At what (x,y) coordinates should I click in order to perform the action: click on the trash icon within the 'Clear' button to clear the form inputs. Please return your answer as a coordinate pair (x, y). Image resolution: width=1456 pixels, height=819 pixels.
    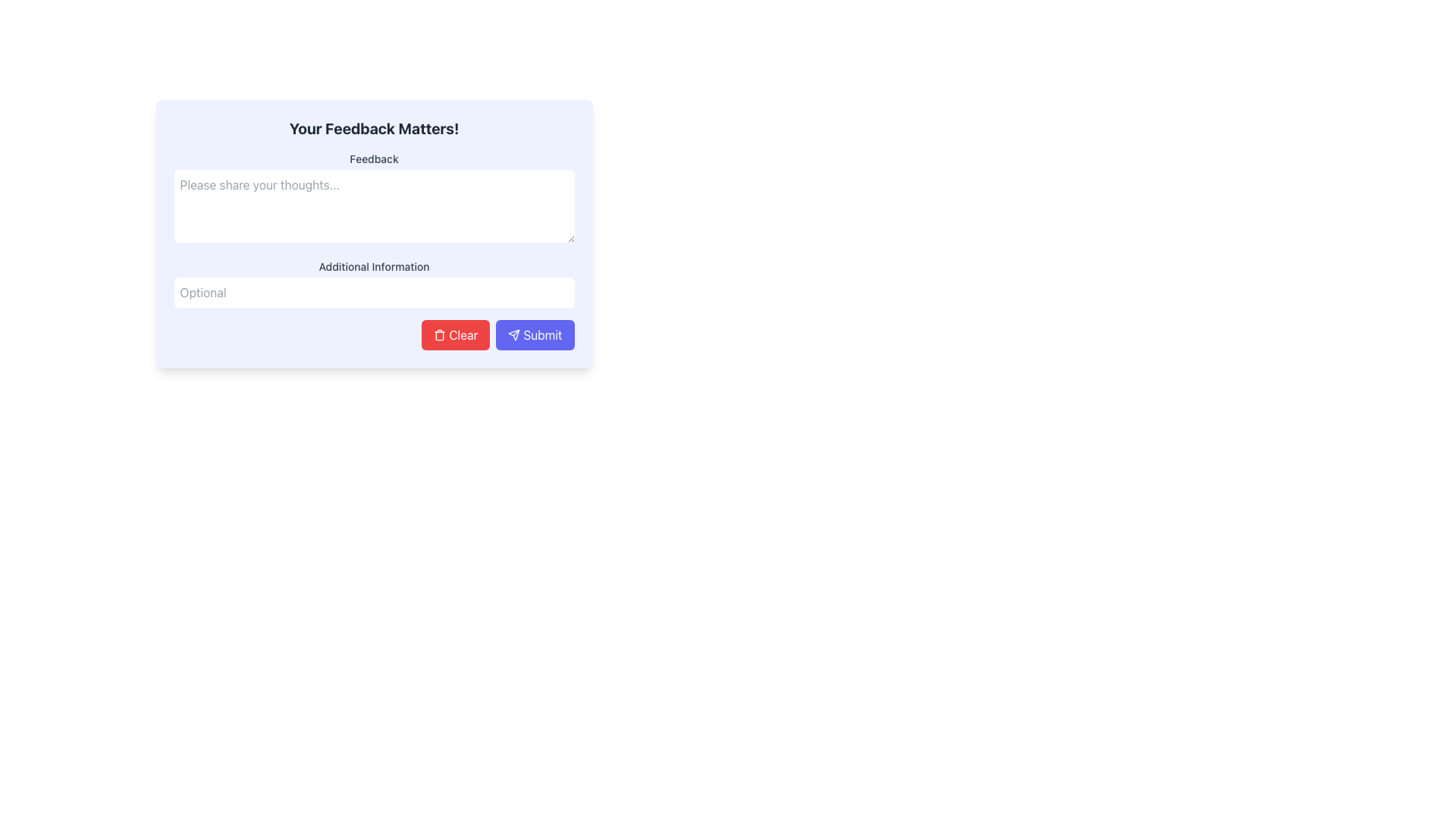
    Looking at the image, I should click on (439, 334).